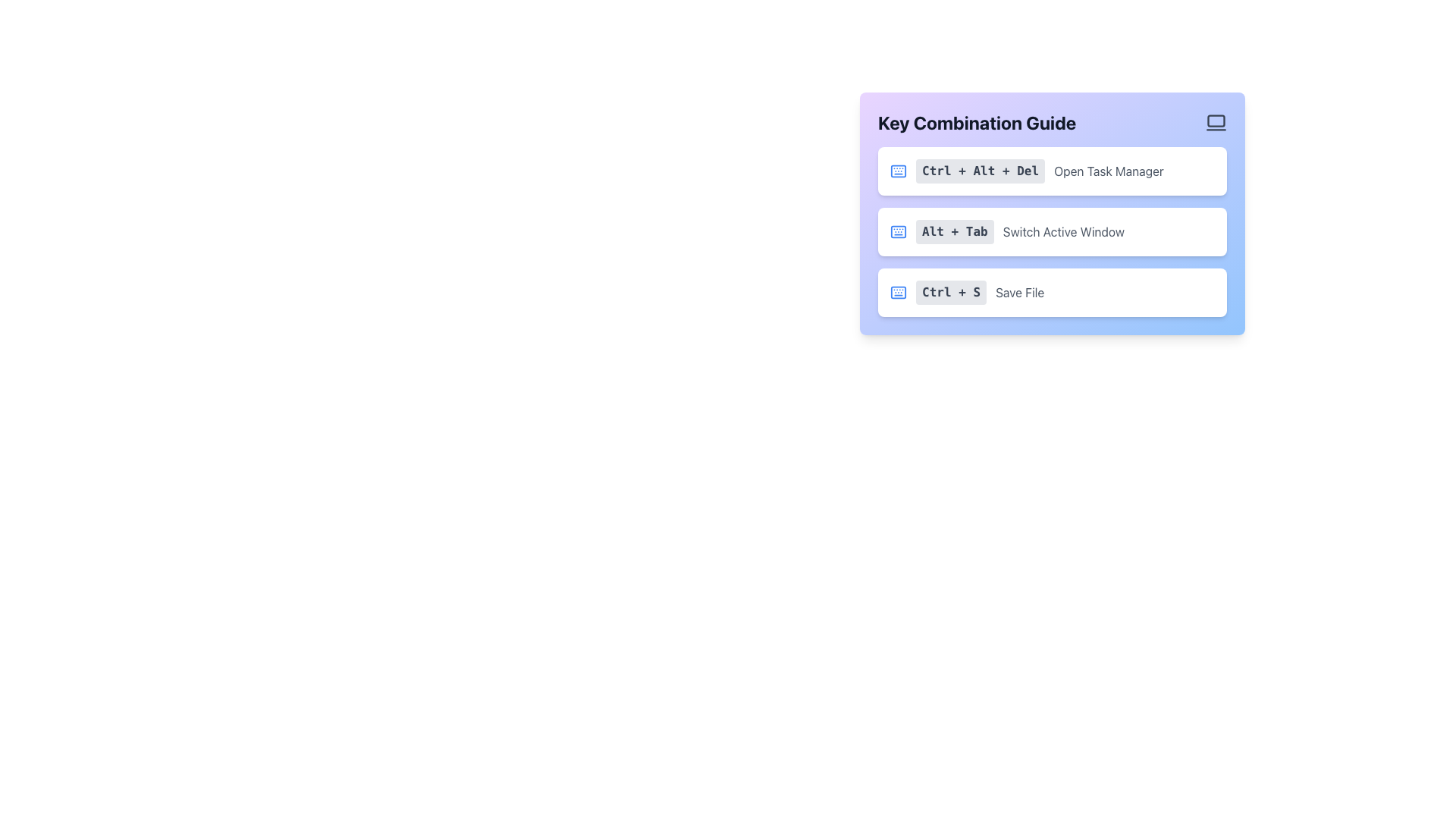 The height and width of the screenshot is (819, 1456). I want to click on the 'Save File' text label, which is the third text component in the 'Key Combination Guide' panel, aligned to the right of 'Ctrl + S', so click(1020, 292).